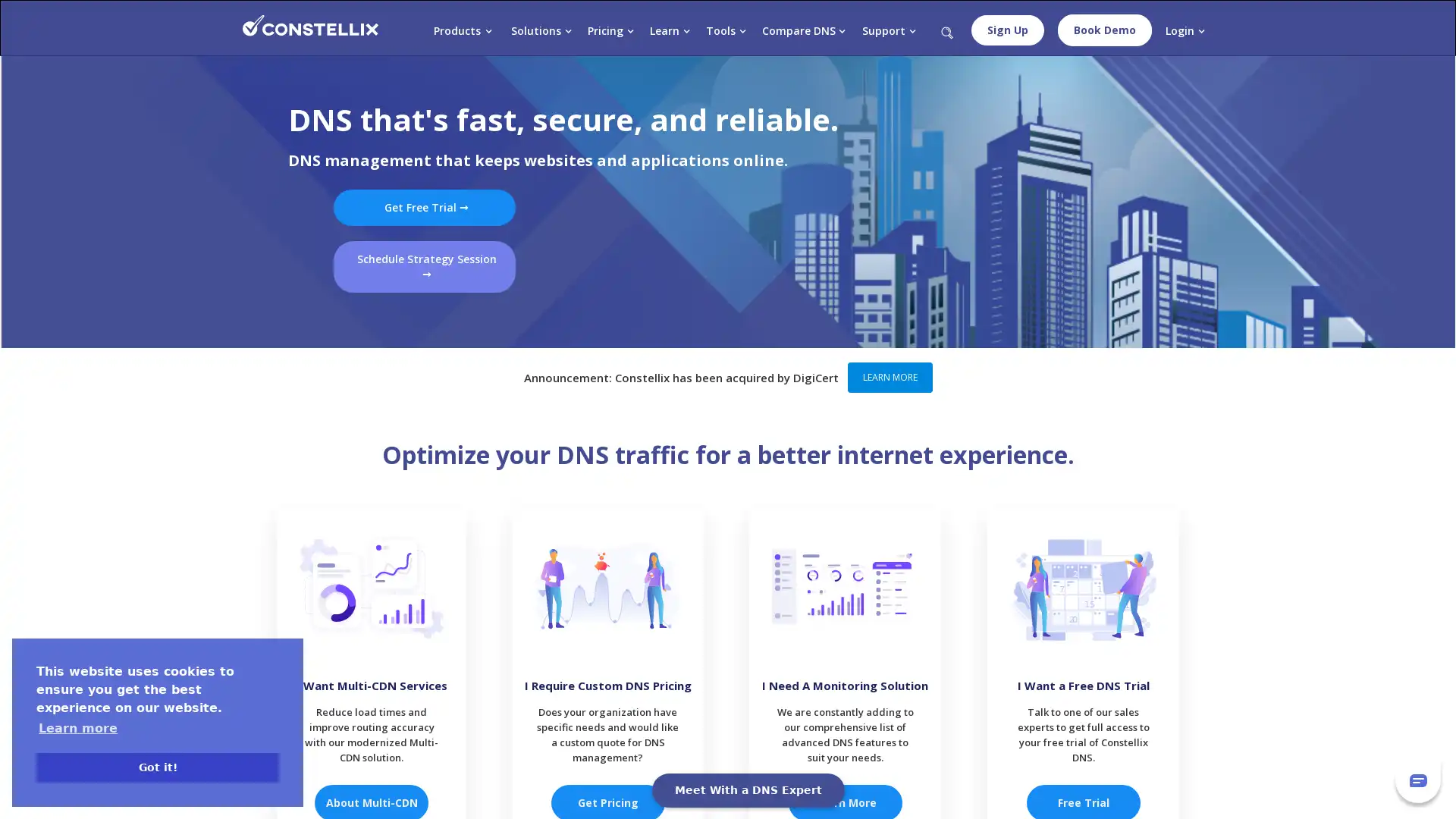  What do you see at coordinates (157, 767) in the screenshot?
I see `dismiss cookie message` at bounding box center [157, 767].